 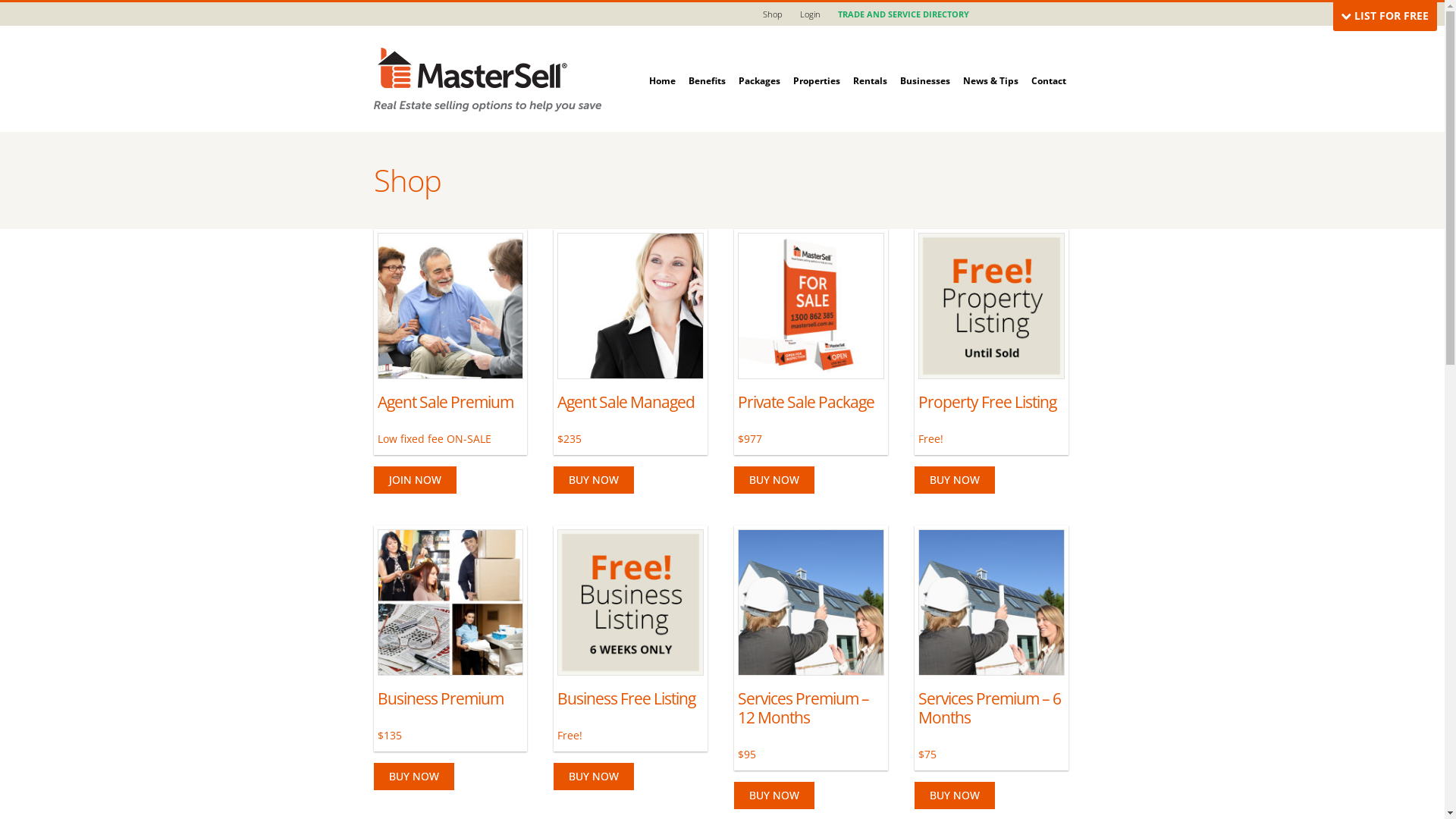 What do you see at coordinates (808, 14) in the screenshot?
I see `'Login'` at bounding box center [808, 14].